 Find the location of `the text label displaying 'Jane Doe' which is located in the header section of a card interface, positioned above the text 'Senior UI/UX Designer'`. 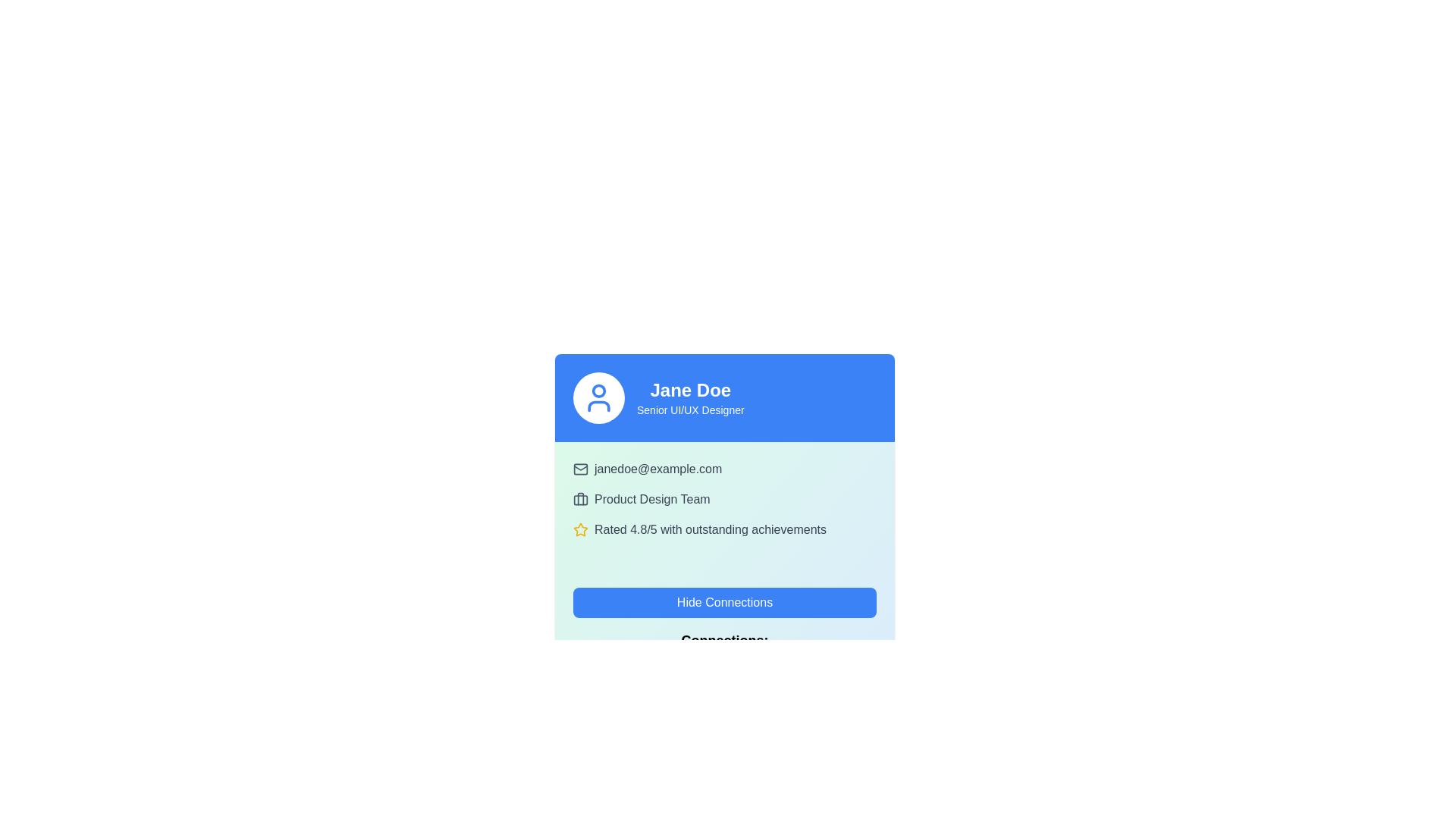

the text label displaying 'Jane Doe' which is located in the header section of a card interface, positioned above the text 'Senior UI/UX Designer' is located at coordinates (689, 390).